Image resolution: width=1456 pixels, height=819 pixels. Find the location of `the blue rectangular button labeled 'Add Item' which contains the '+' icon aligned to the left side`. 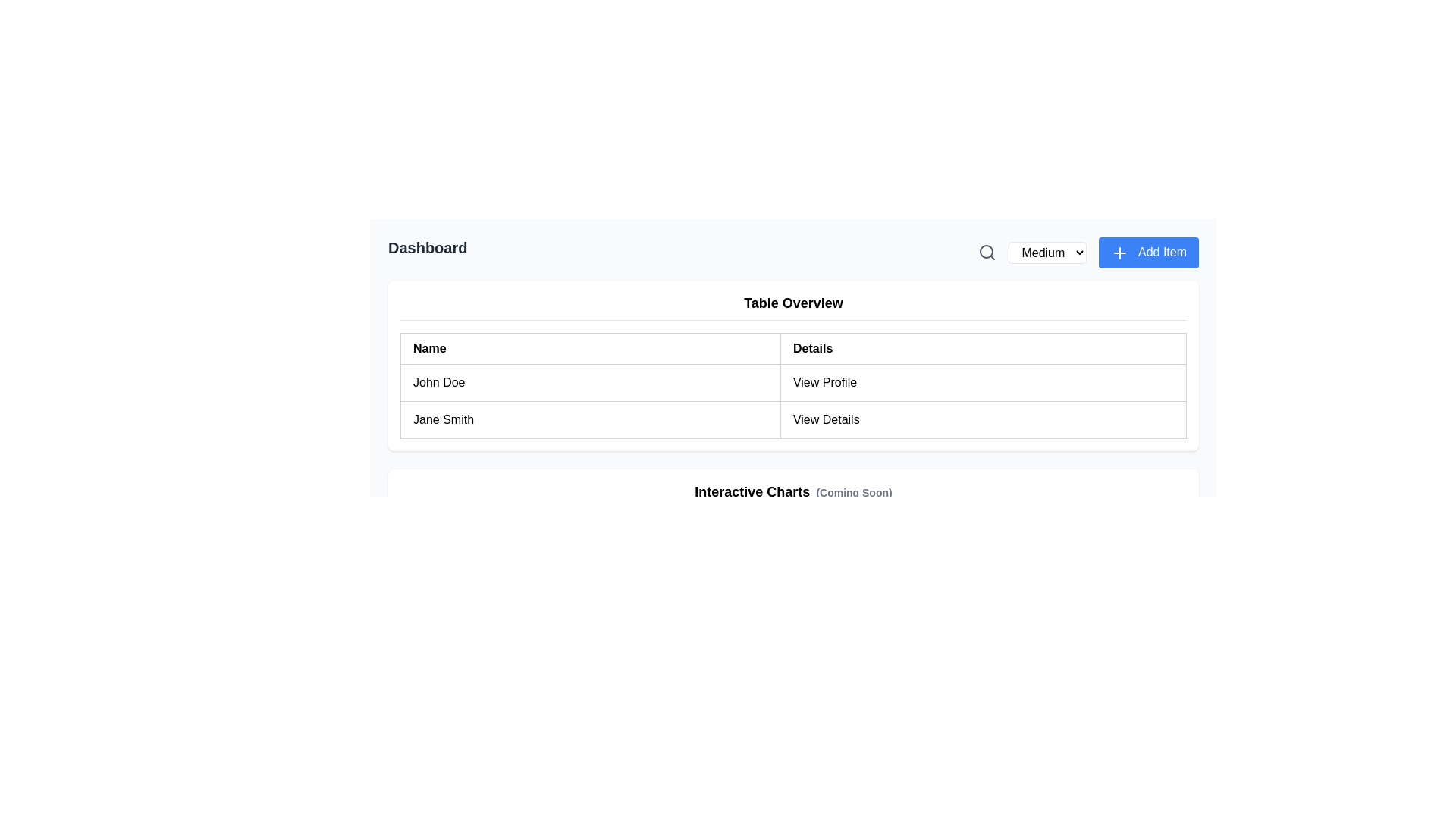

the blue rectangular button labeled 'Add Item' which contains the '+' icon aligned to the left side is located at coordinates (1120, 252).